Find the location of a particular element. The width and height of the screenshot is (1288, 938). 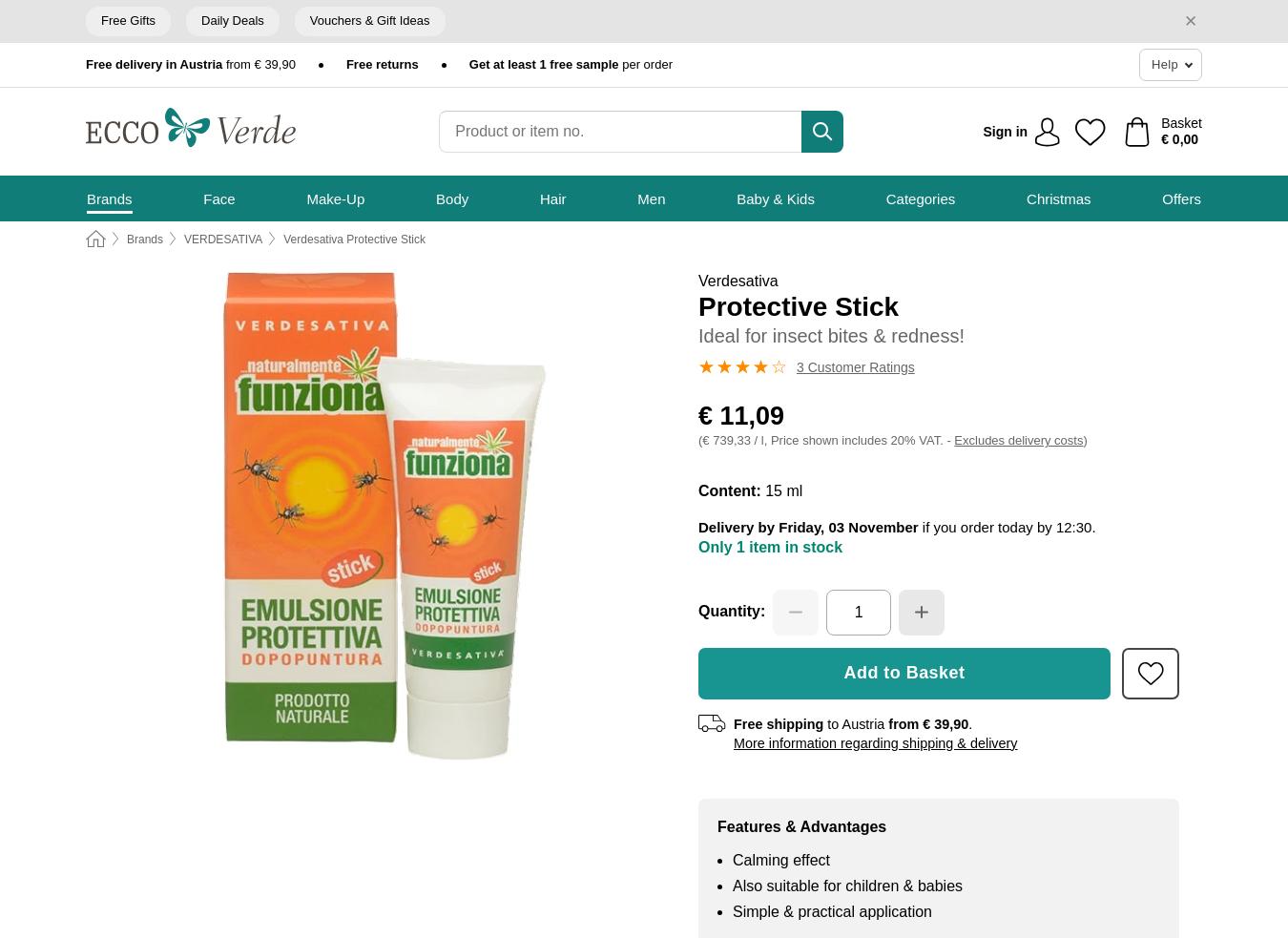

'Sign in' is located at coordinates (1005, 130).